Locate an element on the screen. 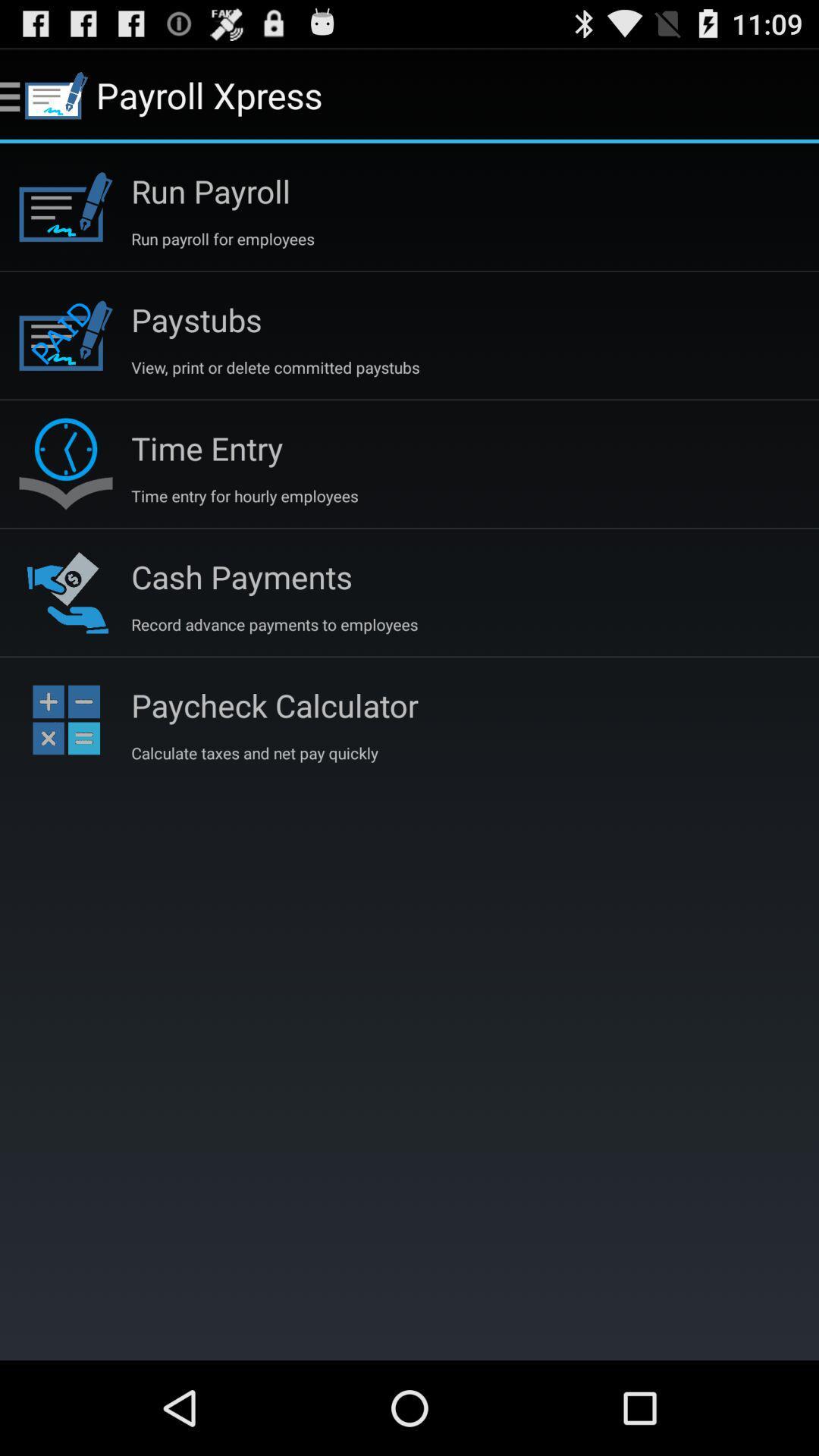  app below the paycheck calculator app is located at coordinates (253, 753).